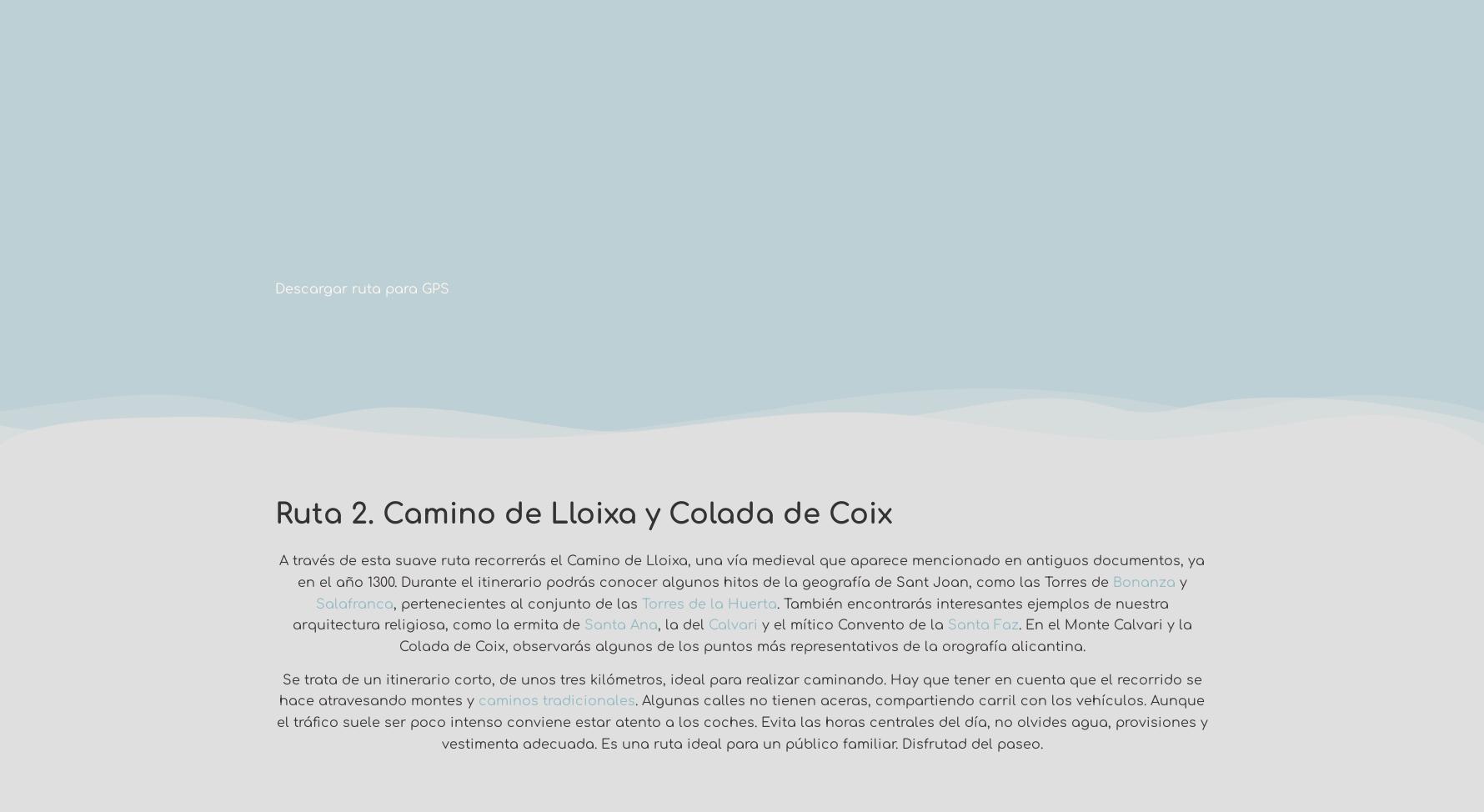 Image resolution: width=1484 pixels, height=812 pixels. What do you see at coordinates (742, 571) in the screenshot?
I see `'A través de esta suave ruta recorrerás el Camino de Lloixa, una vía medieval que aparece mencionado en antiguos documentos, ya en el año 1300. Durante el itinerario podrás conocer algunos hitos de la geografía de Sant Joan, como las Torres de'` at bounding box center [742, 571].